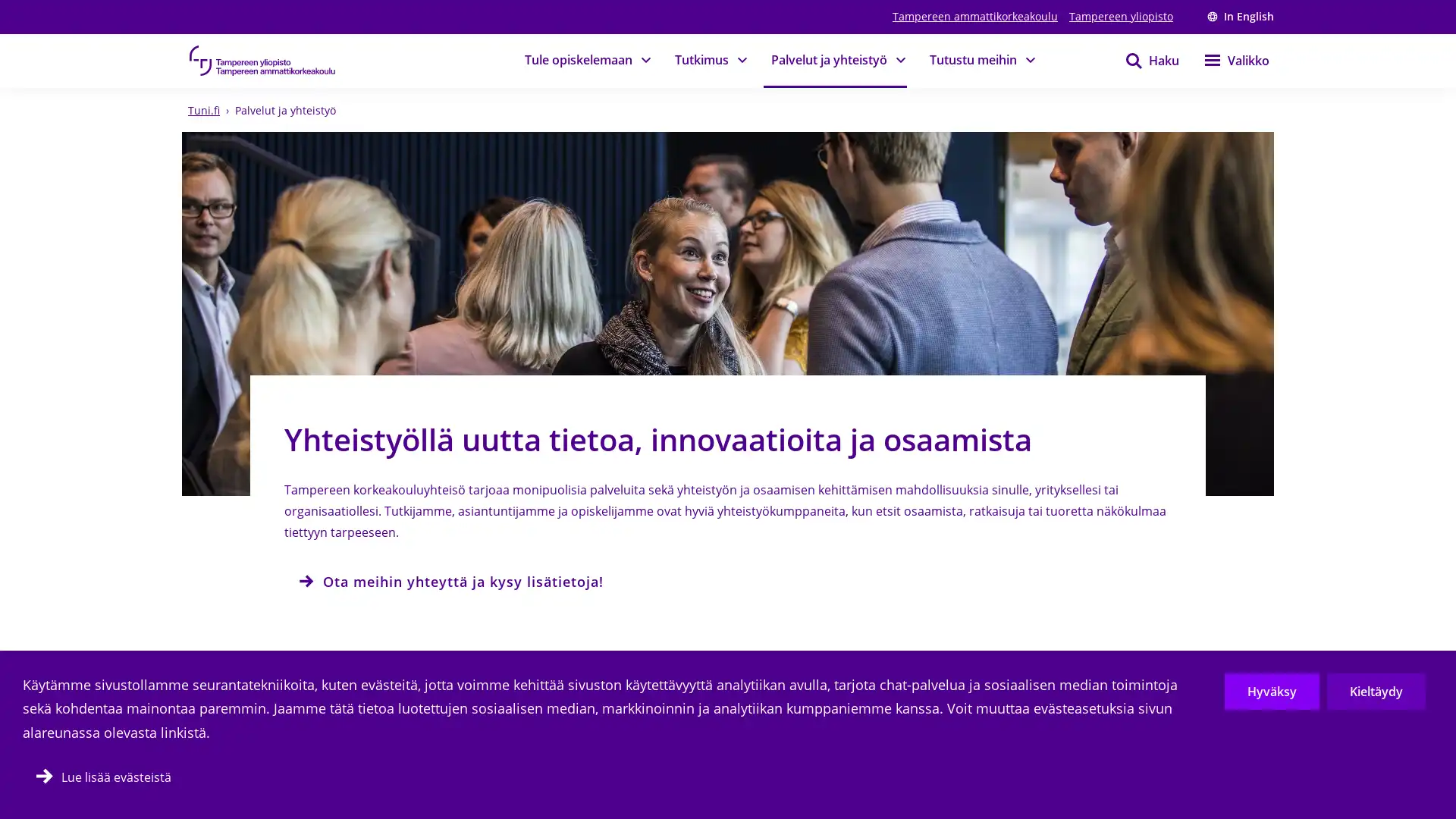 The height and width of the screenshot is (819, 1456). What do you see at coordinates (1376, 690) in the screenshot?
I see `Kieltaydy` at bounding box center [1376, 690].